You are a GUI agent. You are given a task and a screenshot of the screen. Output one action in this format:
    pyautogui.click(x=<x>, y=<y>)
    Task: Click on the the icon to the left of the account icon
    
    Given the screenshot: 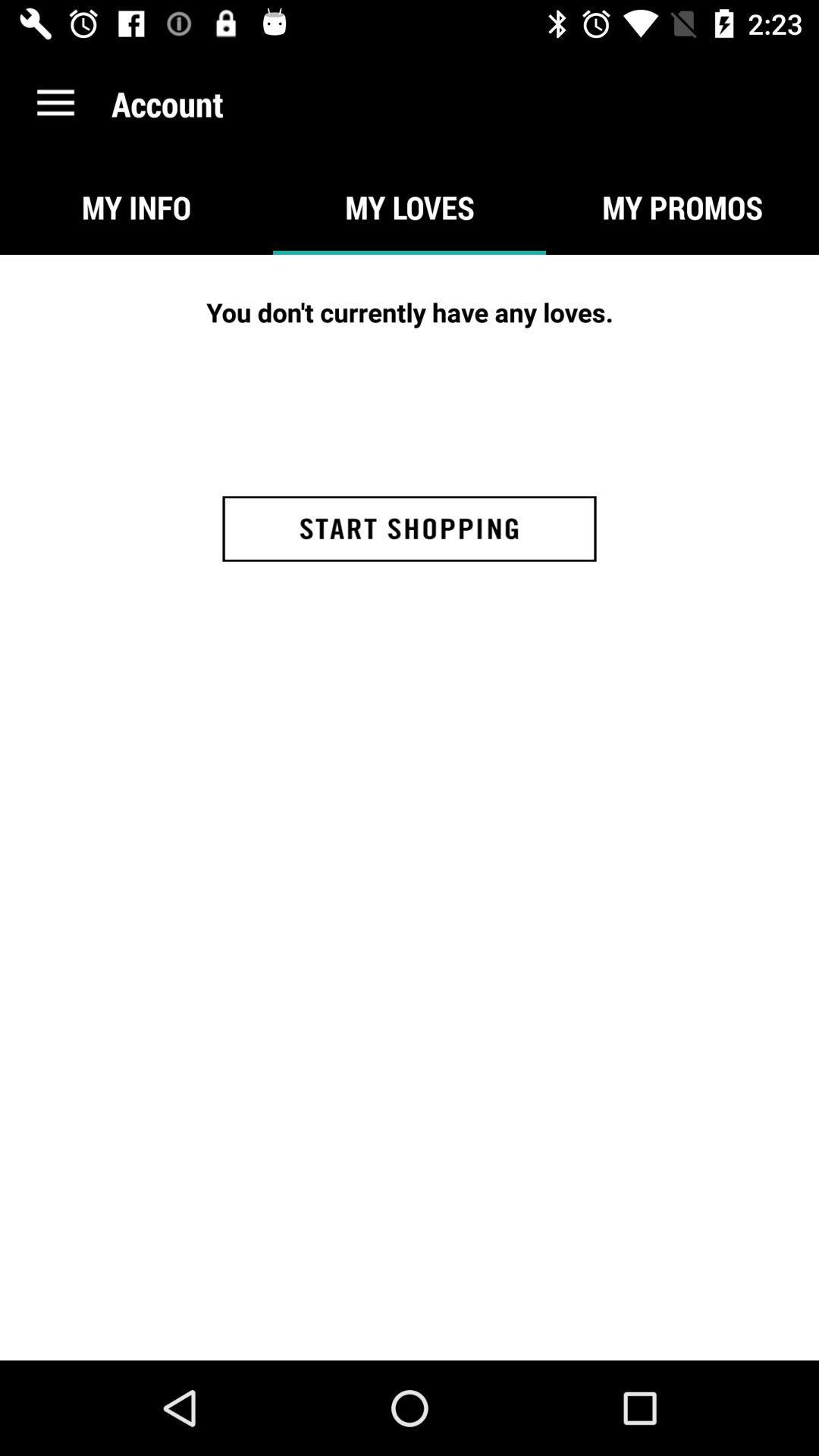 What is the action you would take?
    pyautogui.click(x=55, y=102)
    